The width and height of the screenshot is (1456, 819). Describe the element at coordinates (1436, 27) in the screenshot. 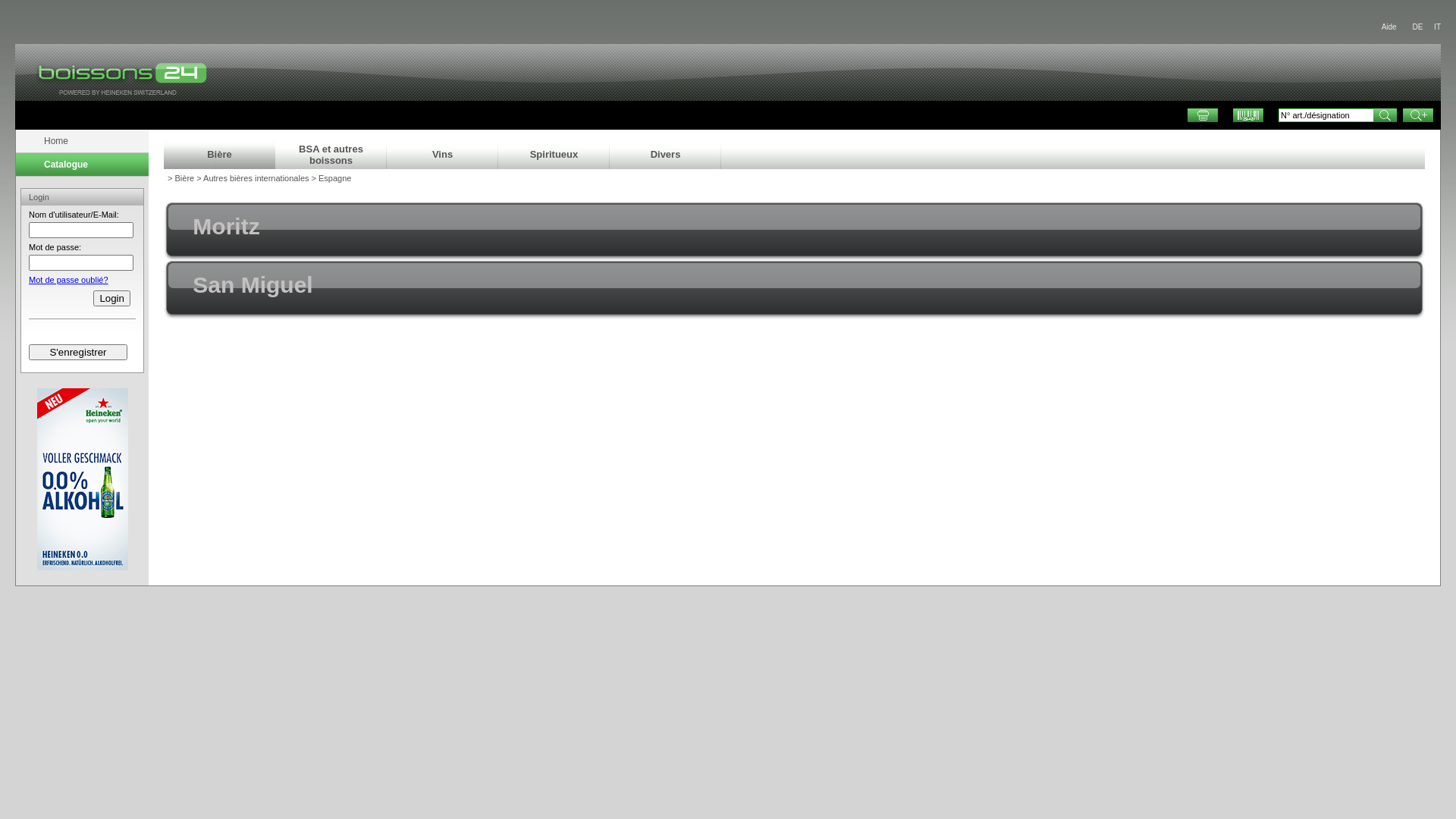

I see `'IT'` at that location.